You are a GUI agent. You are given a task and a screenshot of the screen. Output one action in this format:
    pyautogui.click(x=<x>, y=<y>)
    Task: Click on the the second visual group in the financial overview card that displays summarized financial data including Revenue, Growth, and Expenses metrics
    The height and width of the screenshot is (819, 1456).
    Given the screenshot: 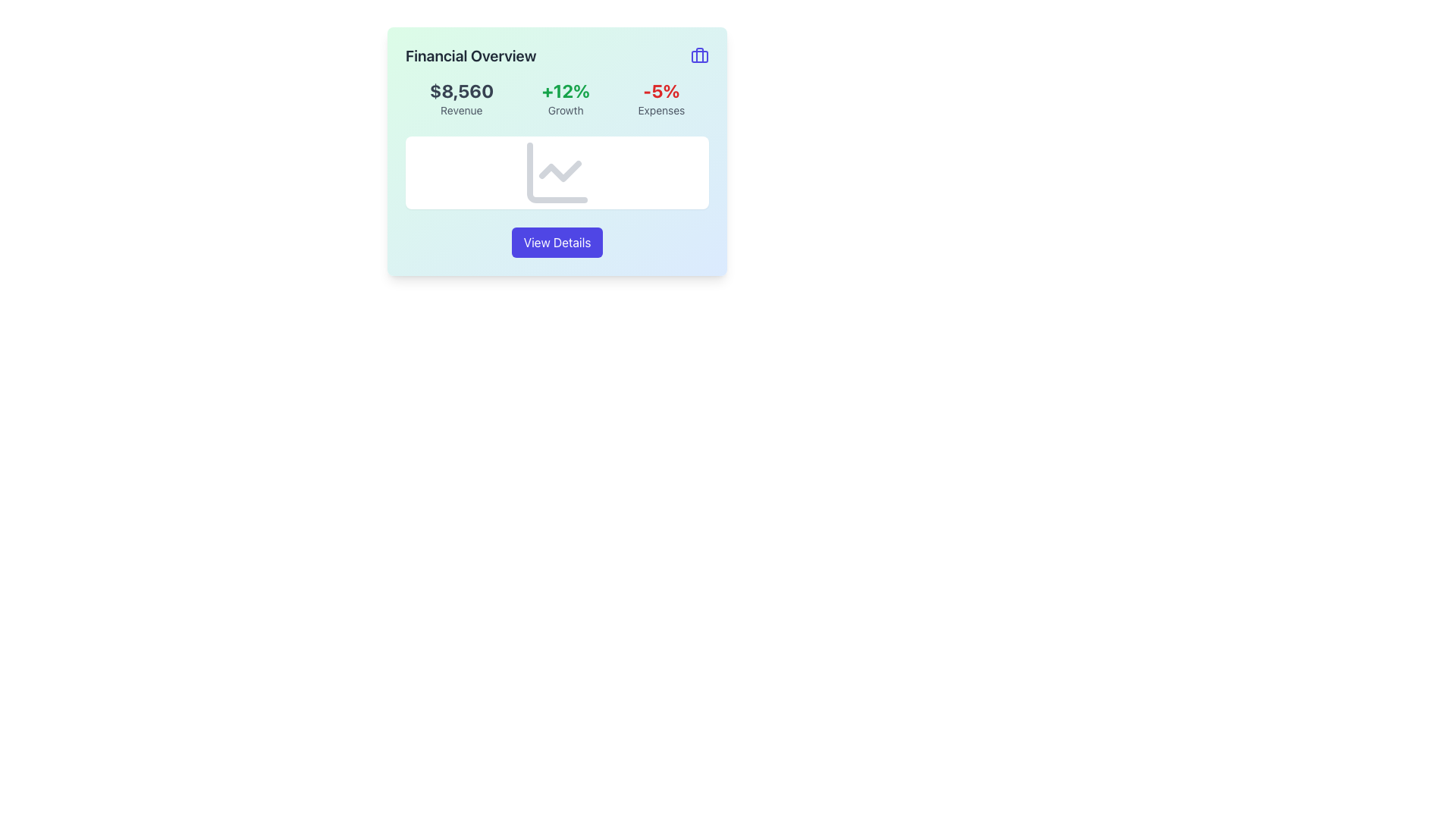 What is the action you would take?
    pyautogui.click(x=556, y=99)
    